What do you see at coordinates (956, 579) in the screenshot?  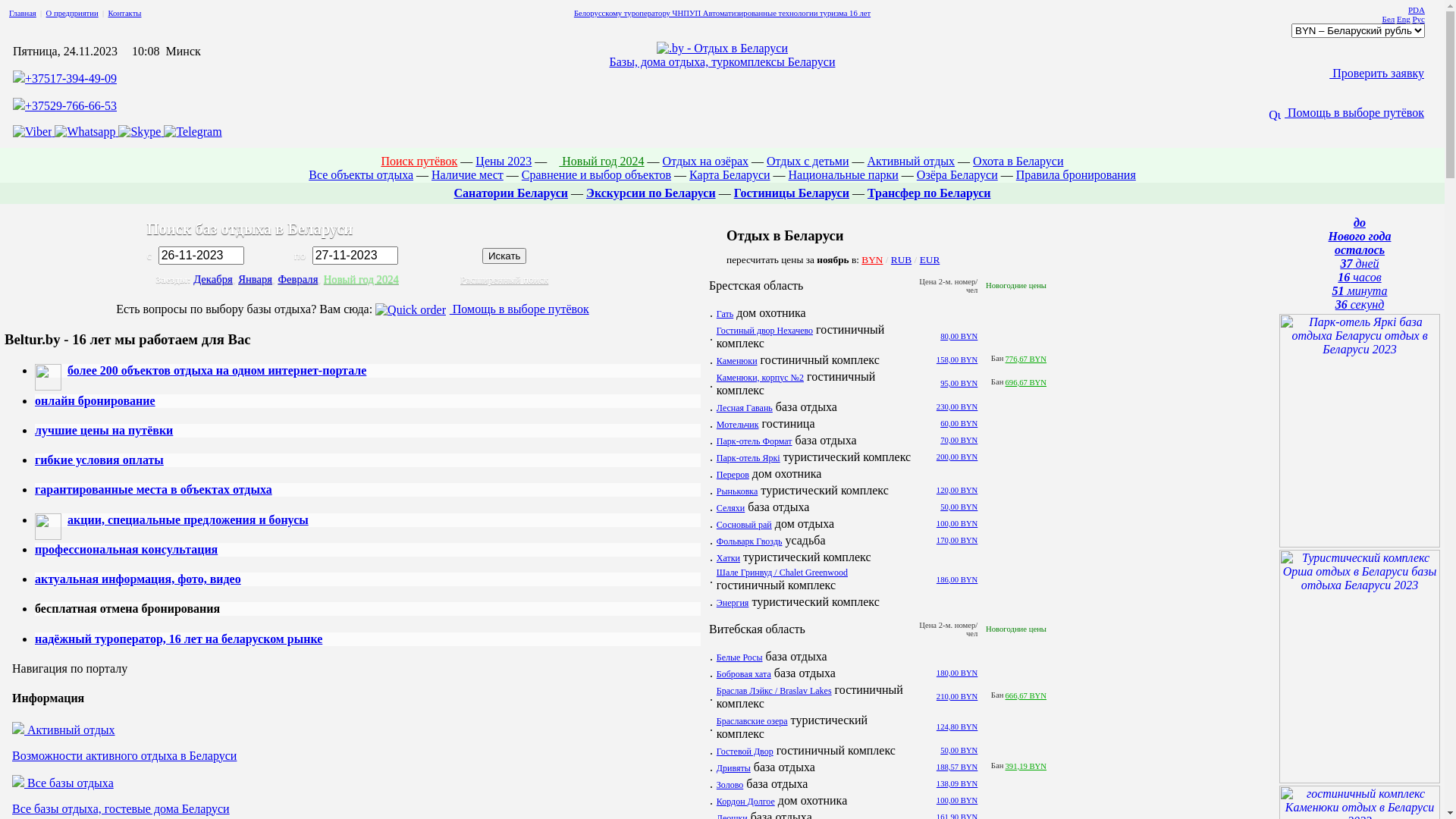 I see `'186,00 BYN'` at bounding box center [956, 579].